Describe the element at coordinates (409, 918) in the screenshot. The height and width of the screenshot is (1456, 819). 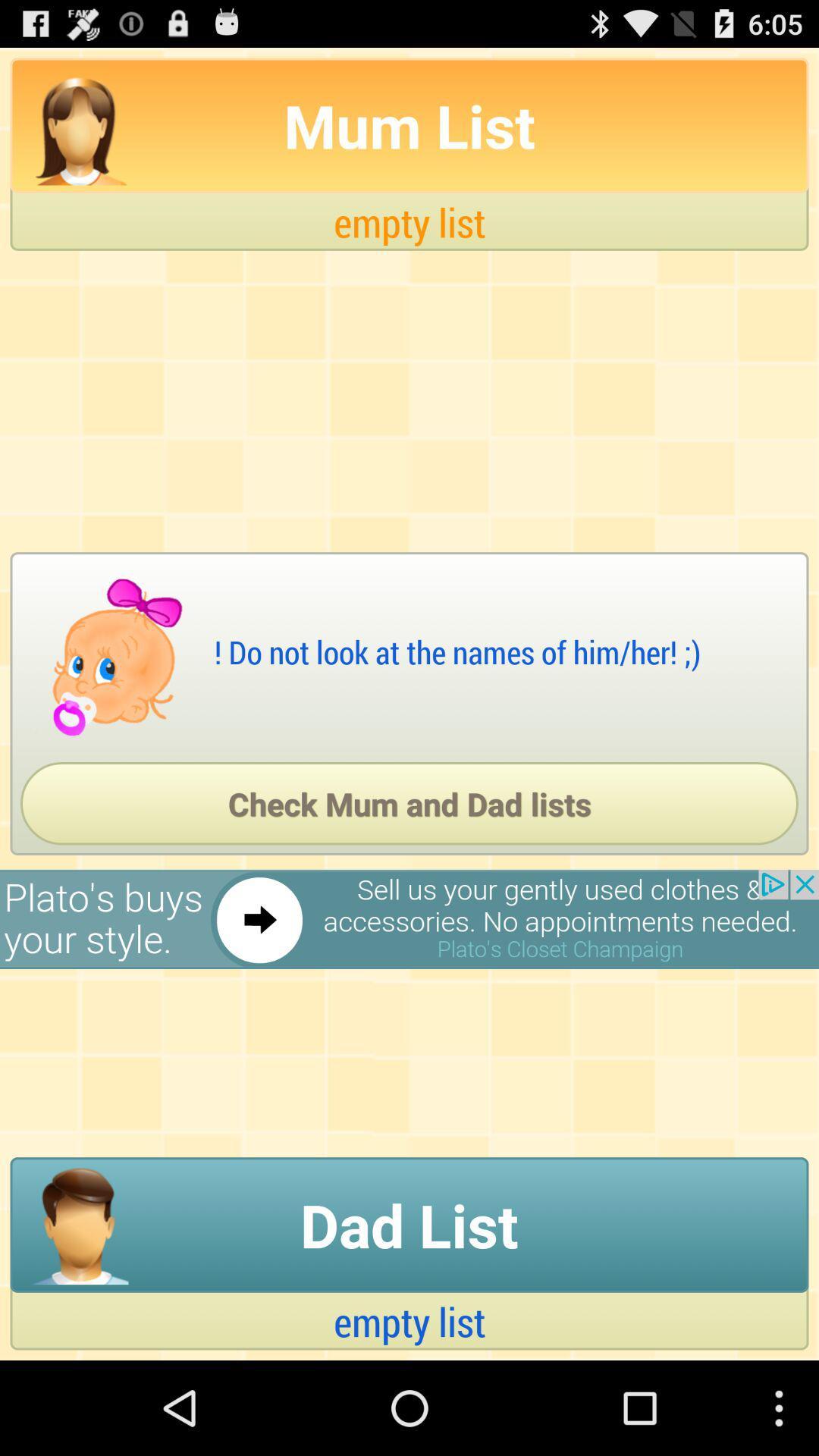
I see `advertisement` at that location.